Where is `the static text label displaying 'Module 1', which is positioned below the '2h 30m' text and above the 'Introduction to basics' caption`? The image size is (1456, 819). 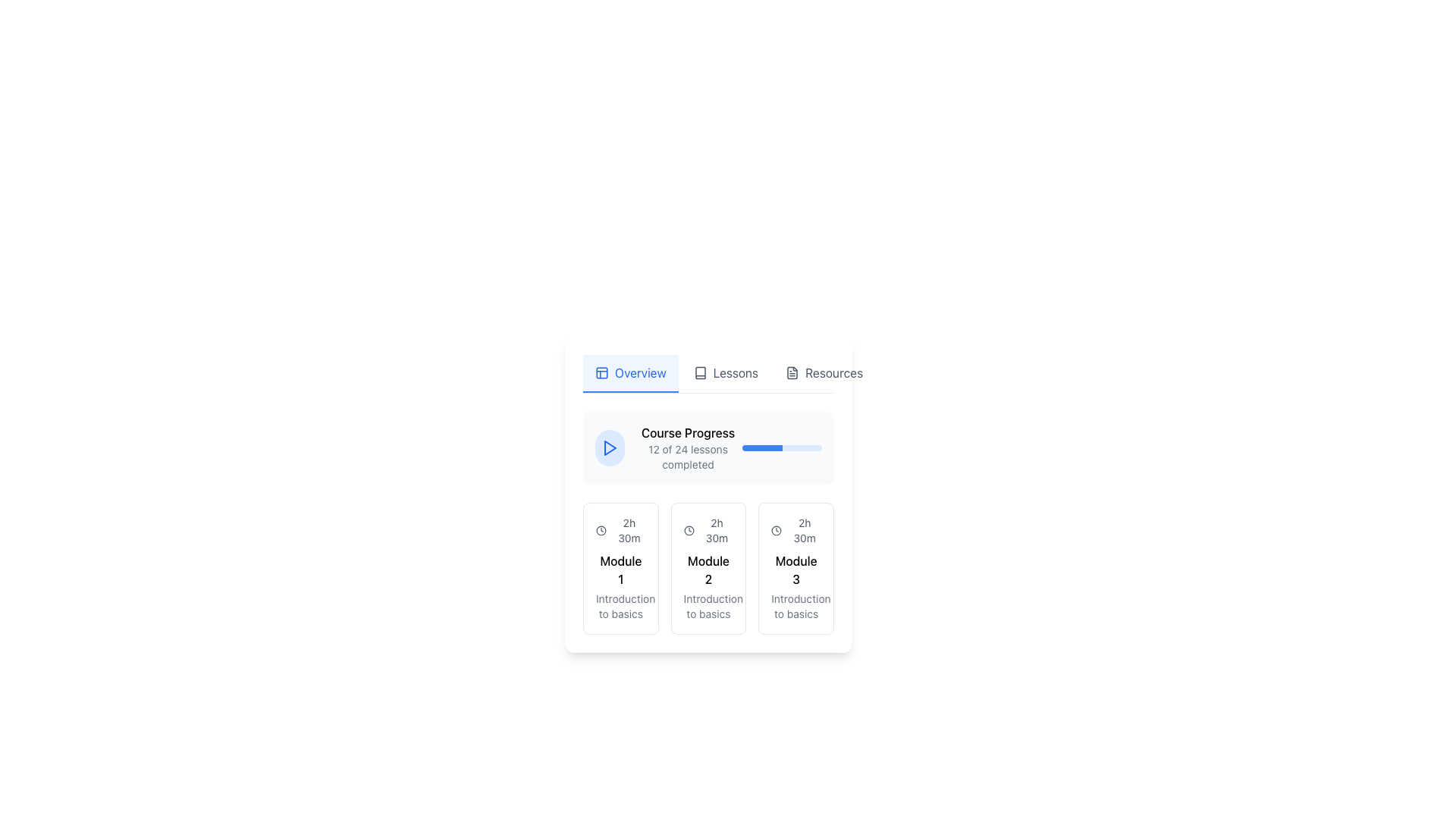 the static text label displaying 'Module 1', which is positioned below the '2h 30m' text and above the 'Introduction to basics' caption is located at coordinates (620, 570).